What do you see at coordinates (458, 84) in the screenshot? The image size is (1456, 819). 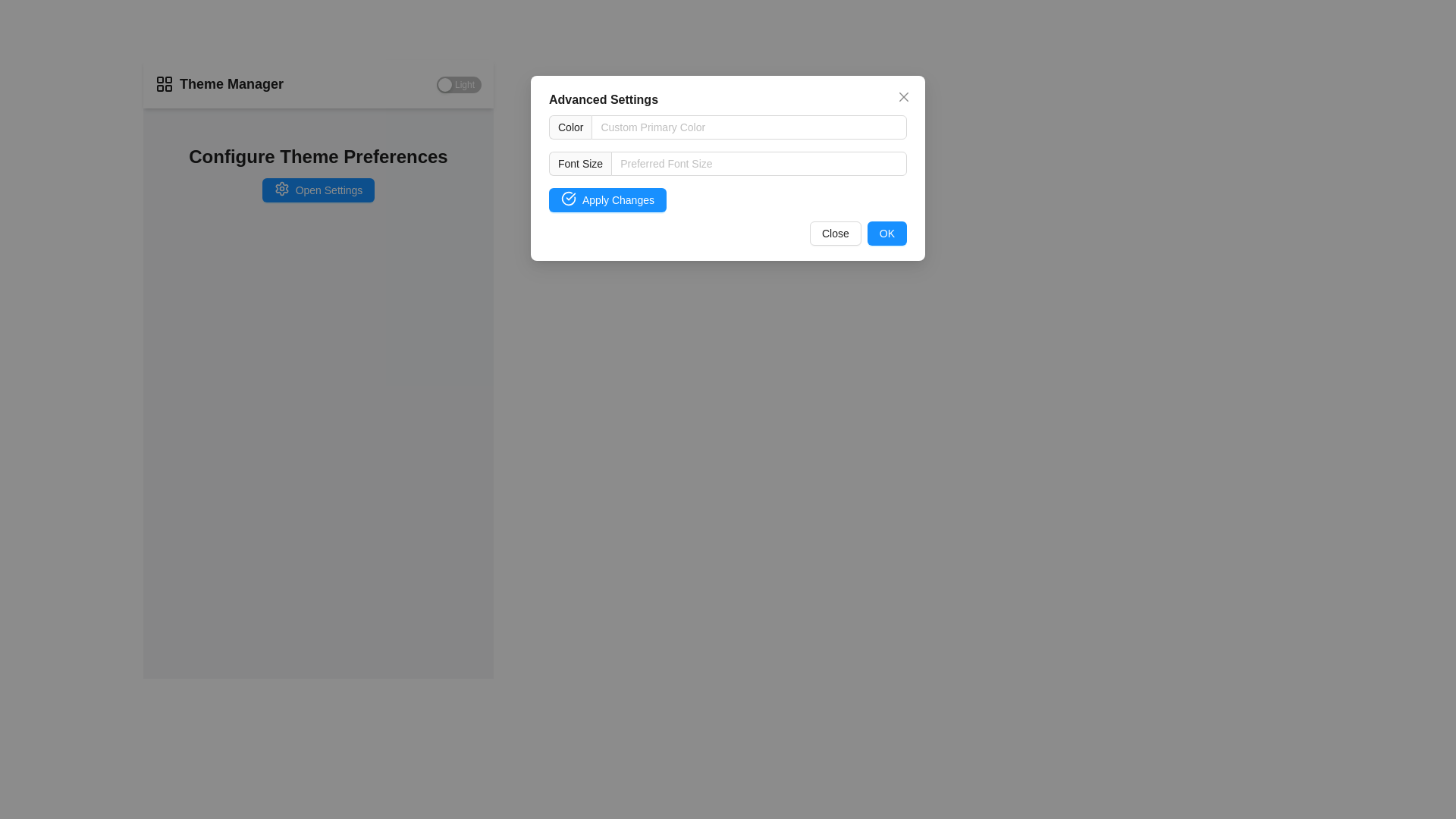 I see `the toggle switch located in the top header area, adjacent to 'Theme Manager'` at bounding box center [458, 84].